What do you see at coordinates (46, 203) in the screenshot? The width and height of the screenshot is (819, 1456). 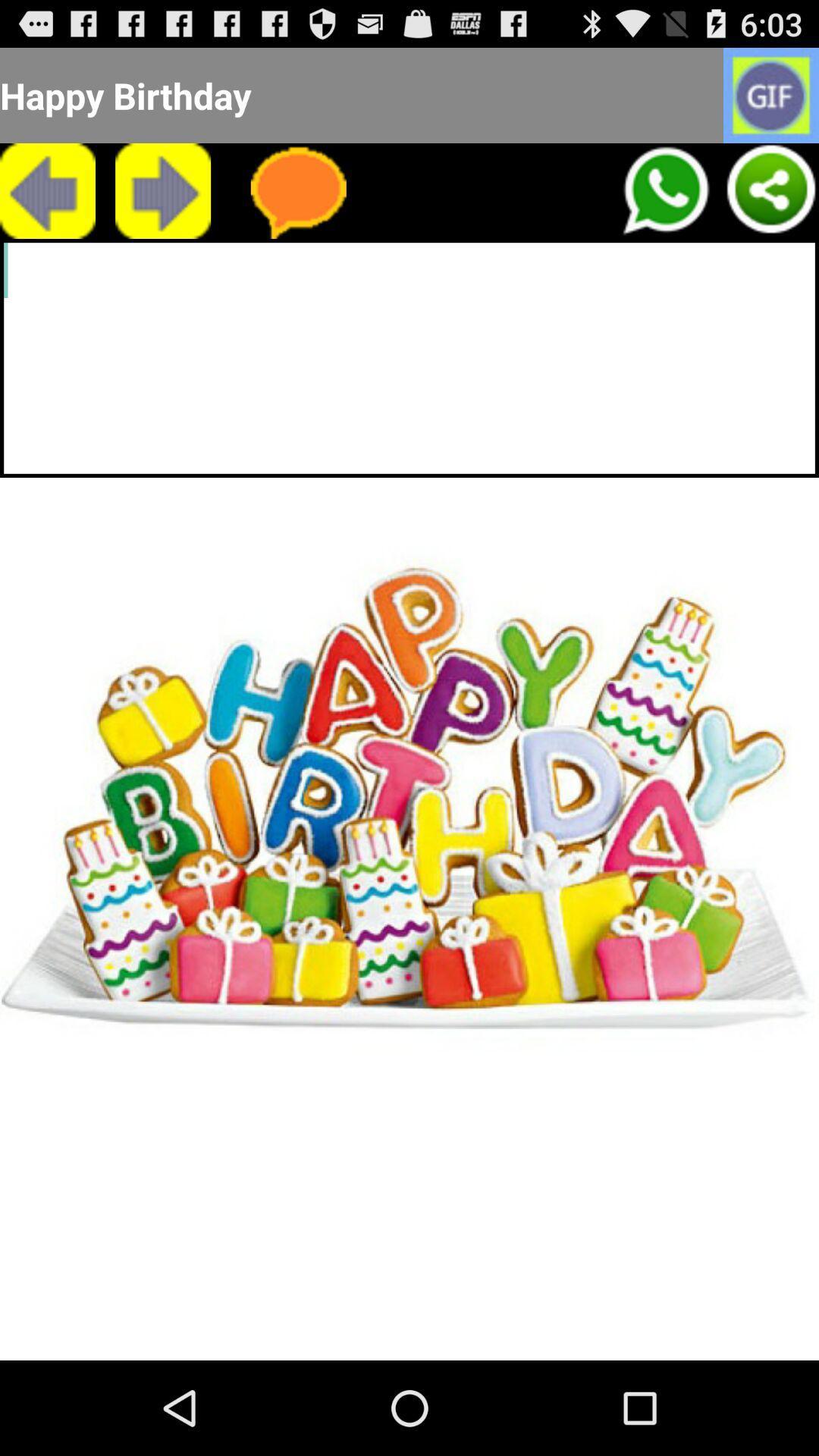 I see `the arrow_backward icon` at bounding box center [46, 203].